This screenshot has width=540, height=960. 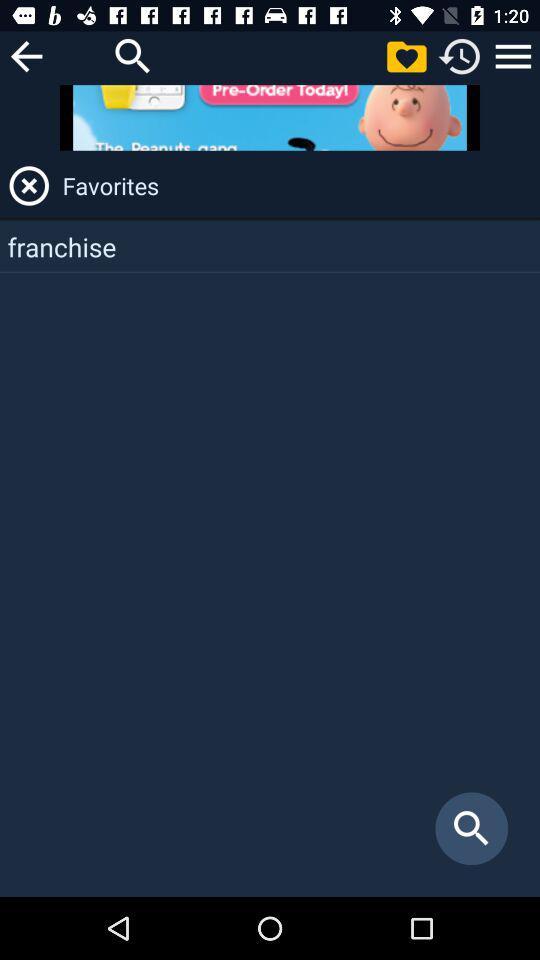 What do you see at coordinates (270, 245) in the screenshot?
I see `franchise app` at bounding box center [270, 245].